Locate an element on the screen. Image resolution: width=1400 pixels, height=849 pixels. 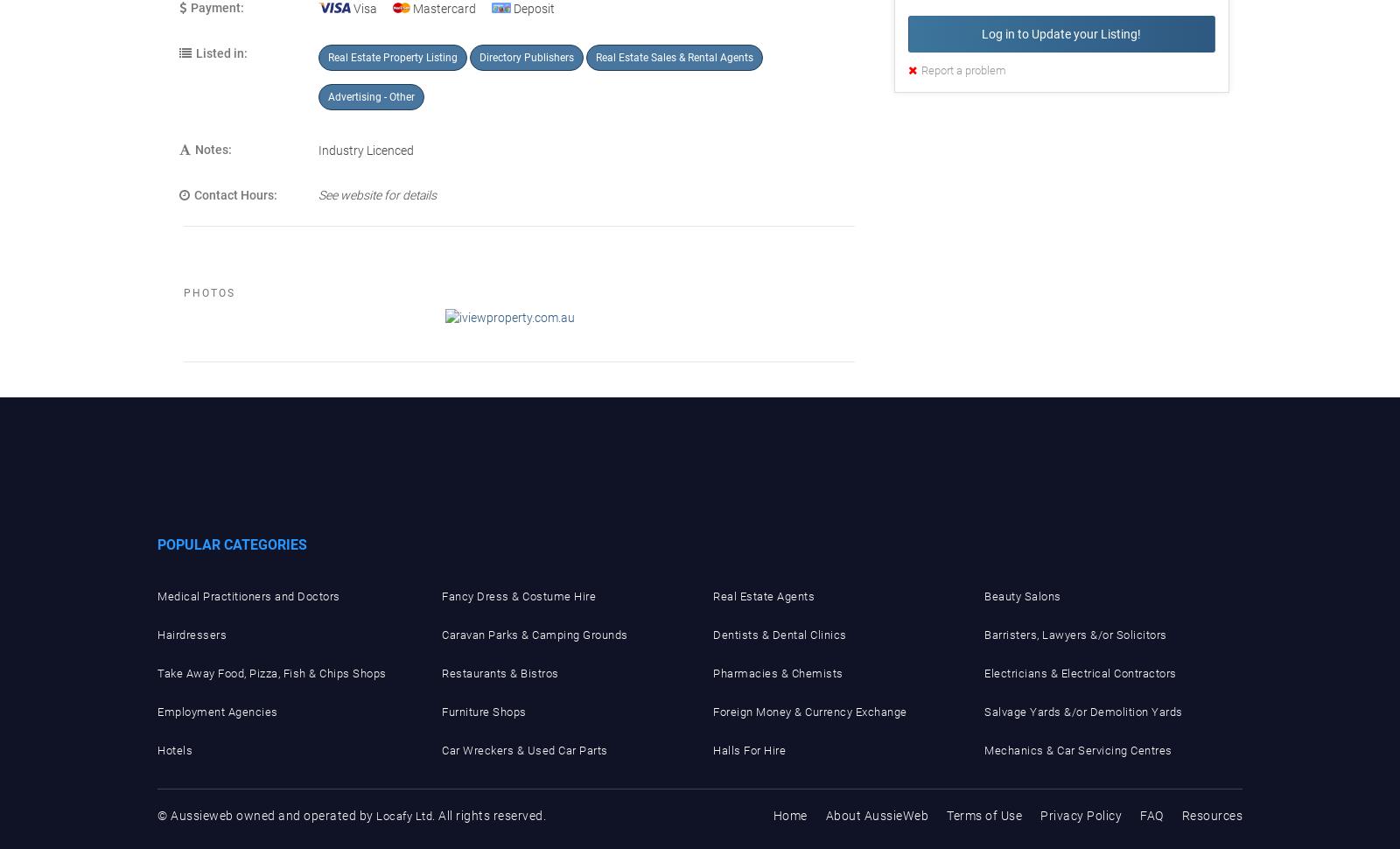
'Beauty Salons' is located at coordinates (1022, 596).